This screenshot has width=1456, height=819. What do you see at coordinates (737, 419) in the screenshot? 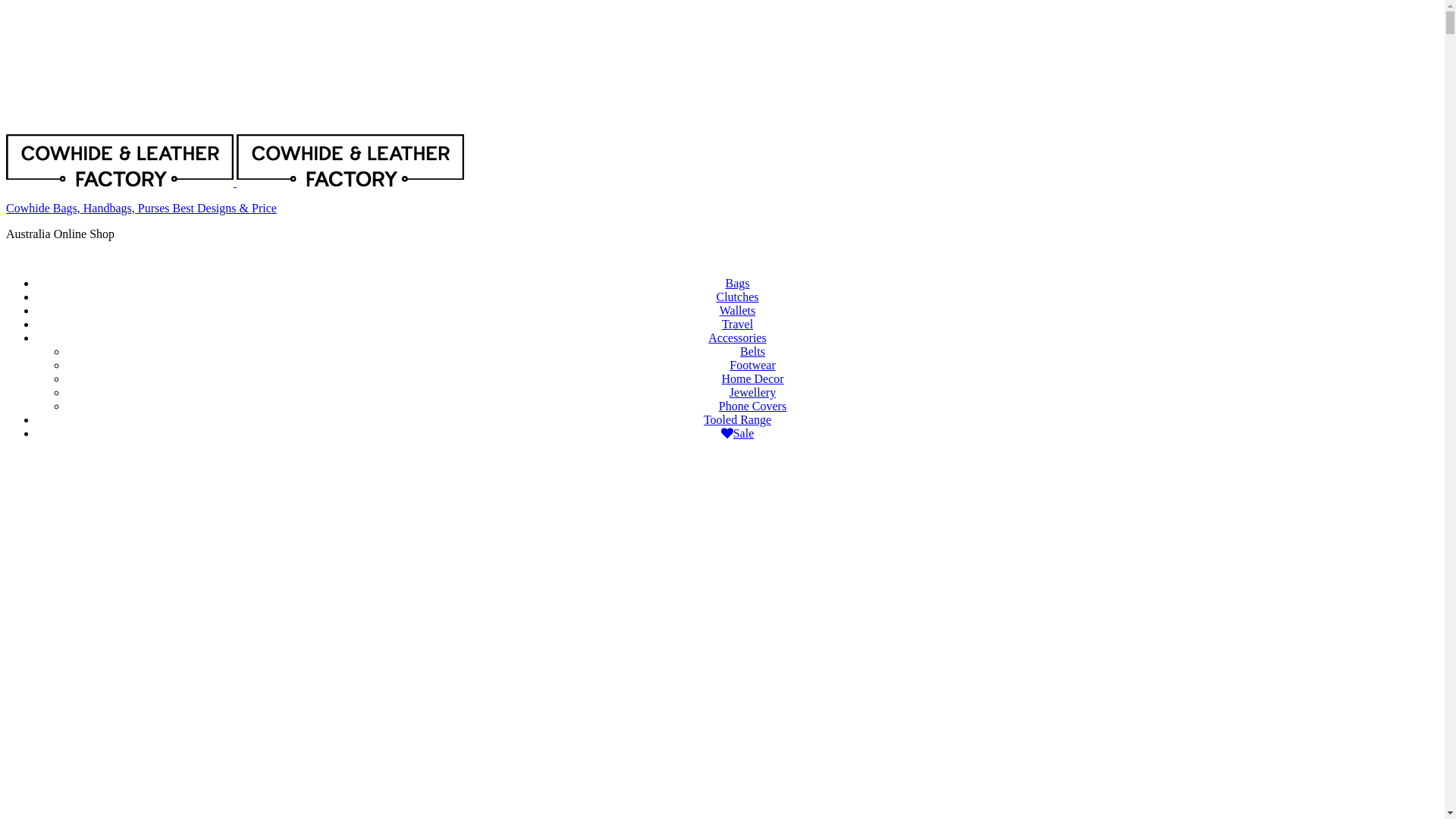
I see `'Tooled Range'` at bounding box center [737, 419].